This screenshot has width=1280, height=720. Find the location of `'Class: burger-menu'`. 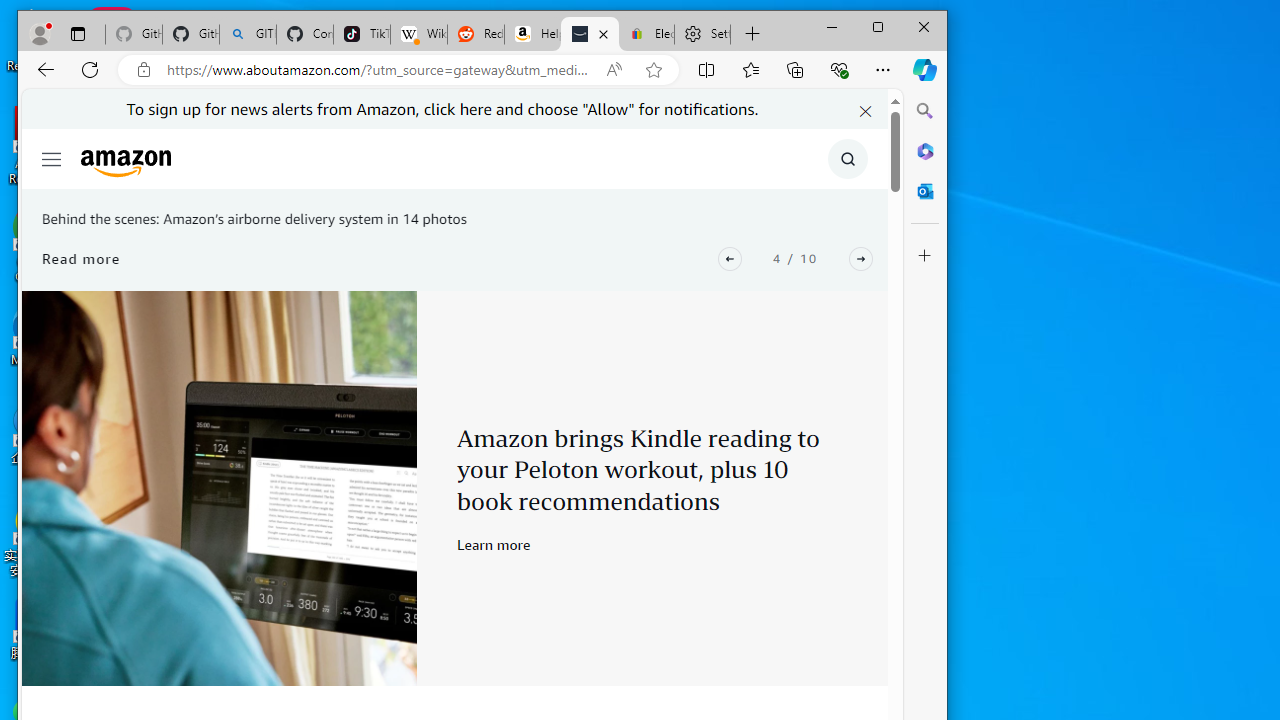

'Class: burger-menu' is located at coordinates (51, 158).